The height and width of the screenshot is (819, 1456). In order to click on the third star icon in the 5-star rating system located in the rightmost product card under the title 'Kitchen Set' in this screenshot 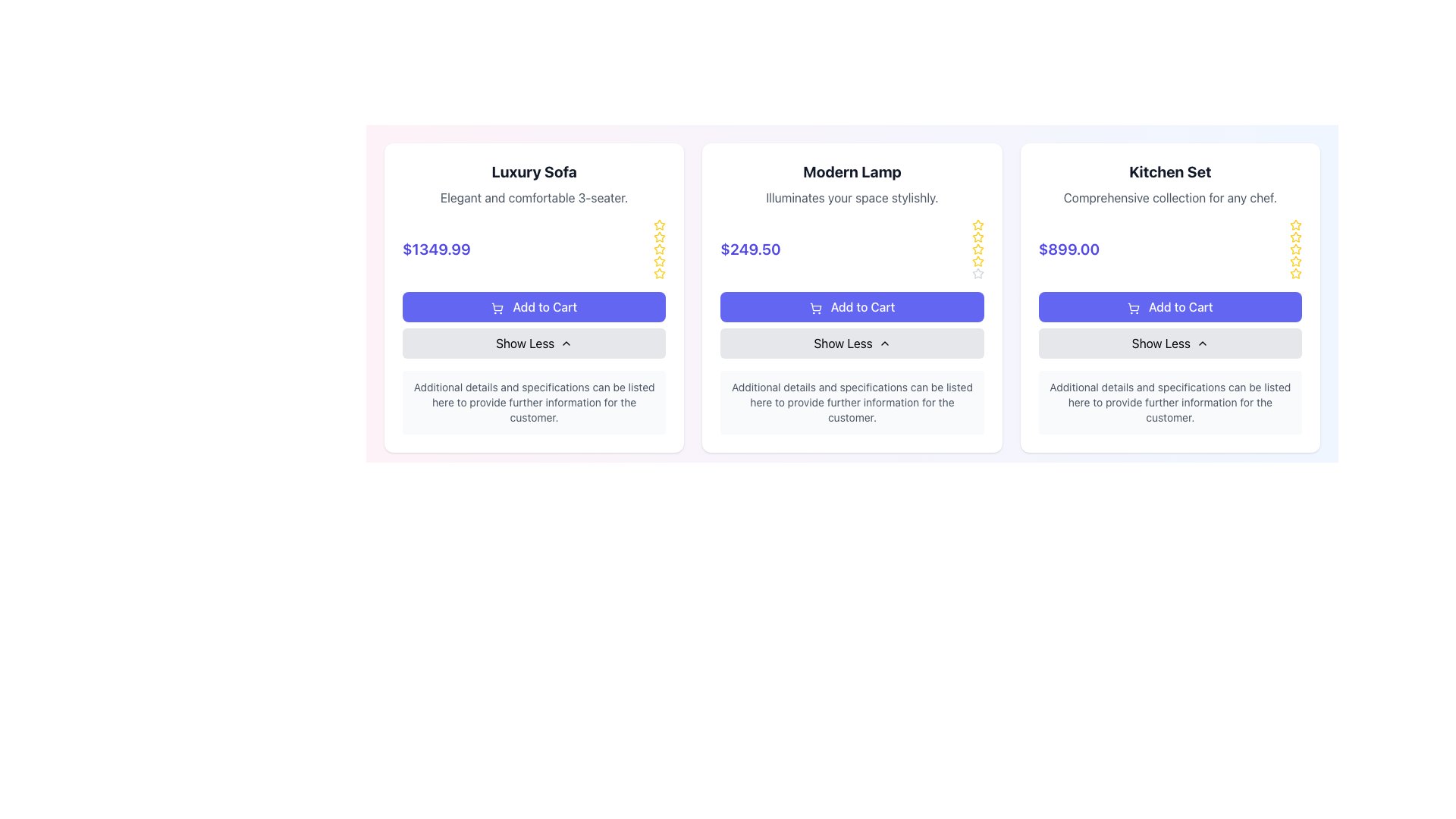, I will do `click(1294, 237)`.